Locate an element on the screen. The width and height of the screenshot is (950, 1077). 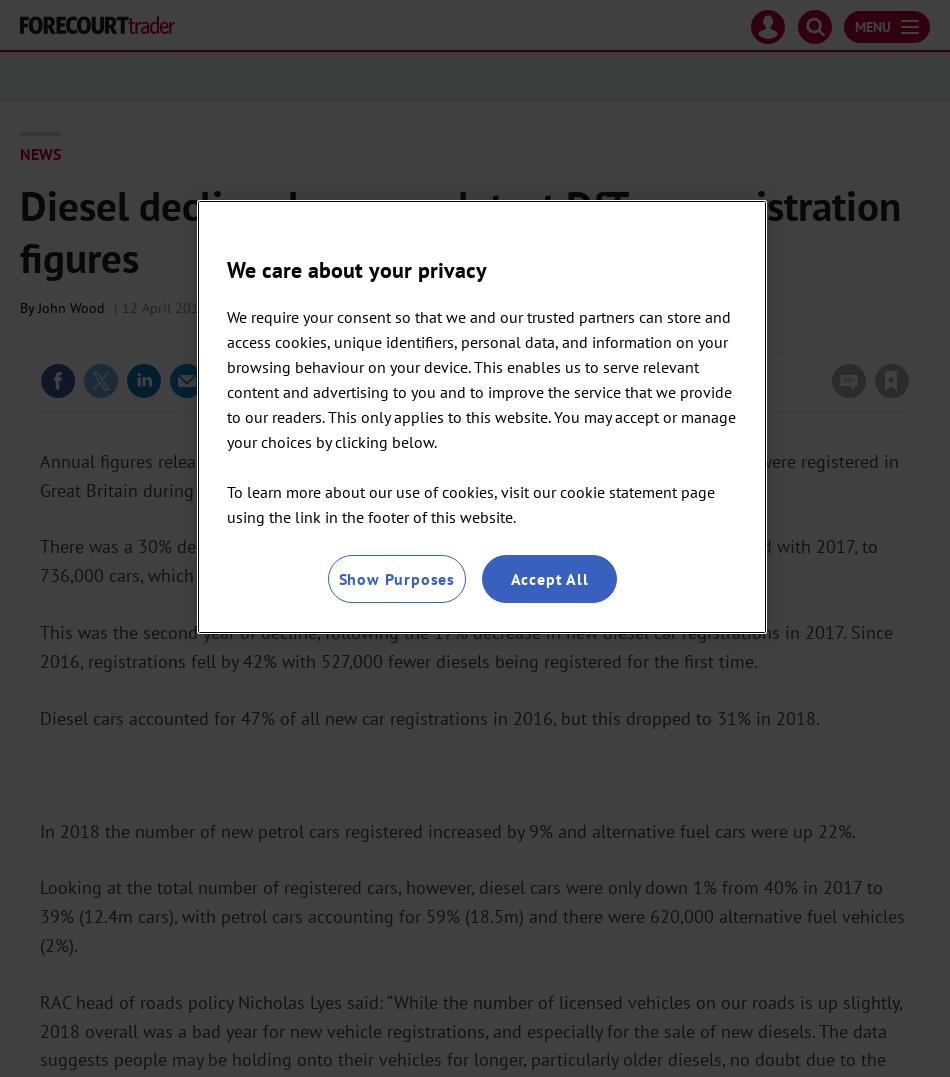
'Please' is located at coordinates (608, 338).